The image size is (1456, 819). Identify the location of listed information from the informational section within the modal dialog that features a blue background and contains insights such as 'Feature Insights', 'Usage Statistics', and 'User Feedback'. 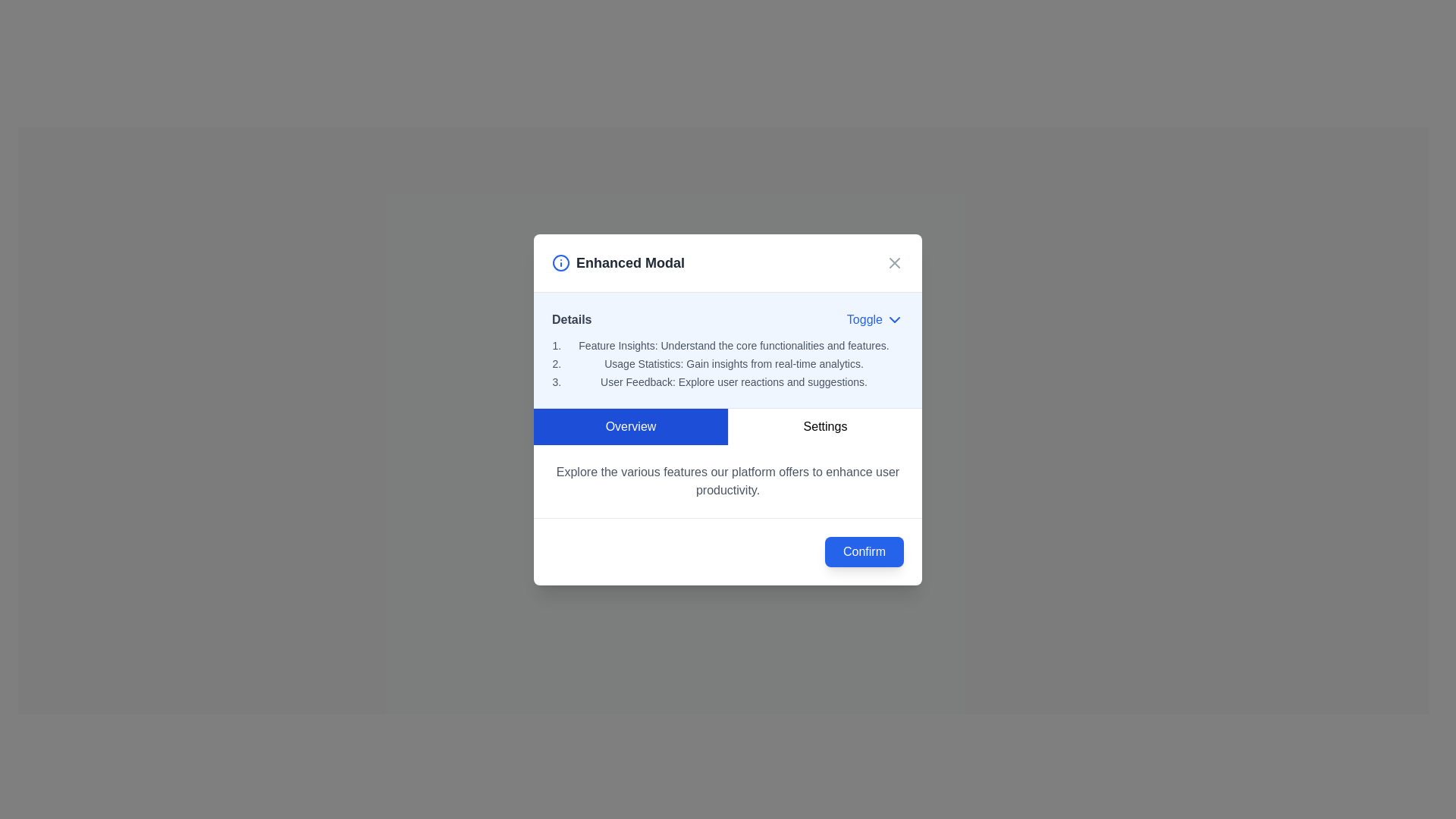
(728, 350).